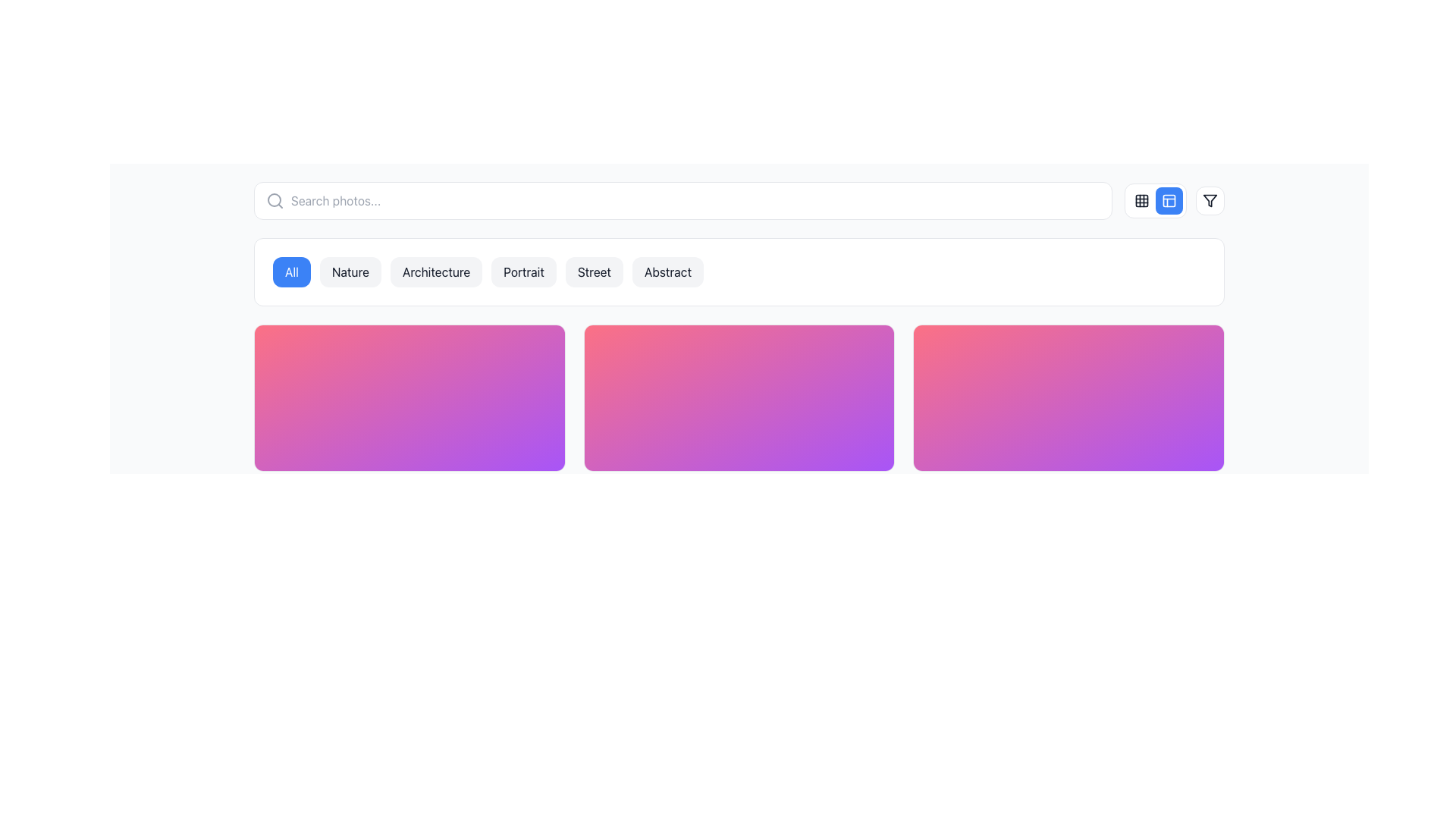  I want to click on the magnifying glass icon located at the far left of the search bar, so click(275, 200).